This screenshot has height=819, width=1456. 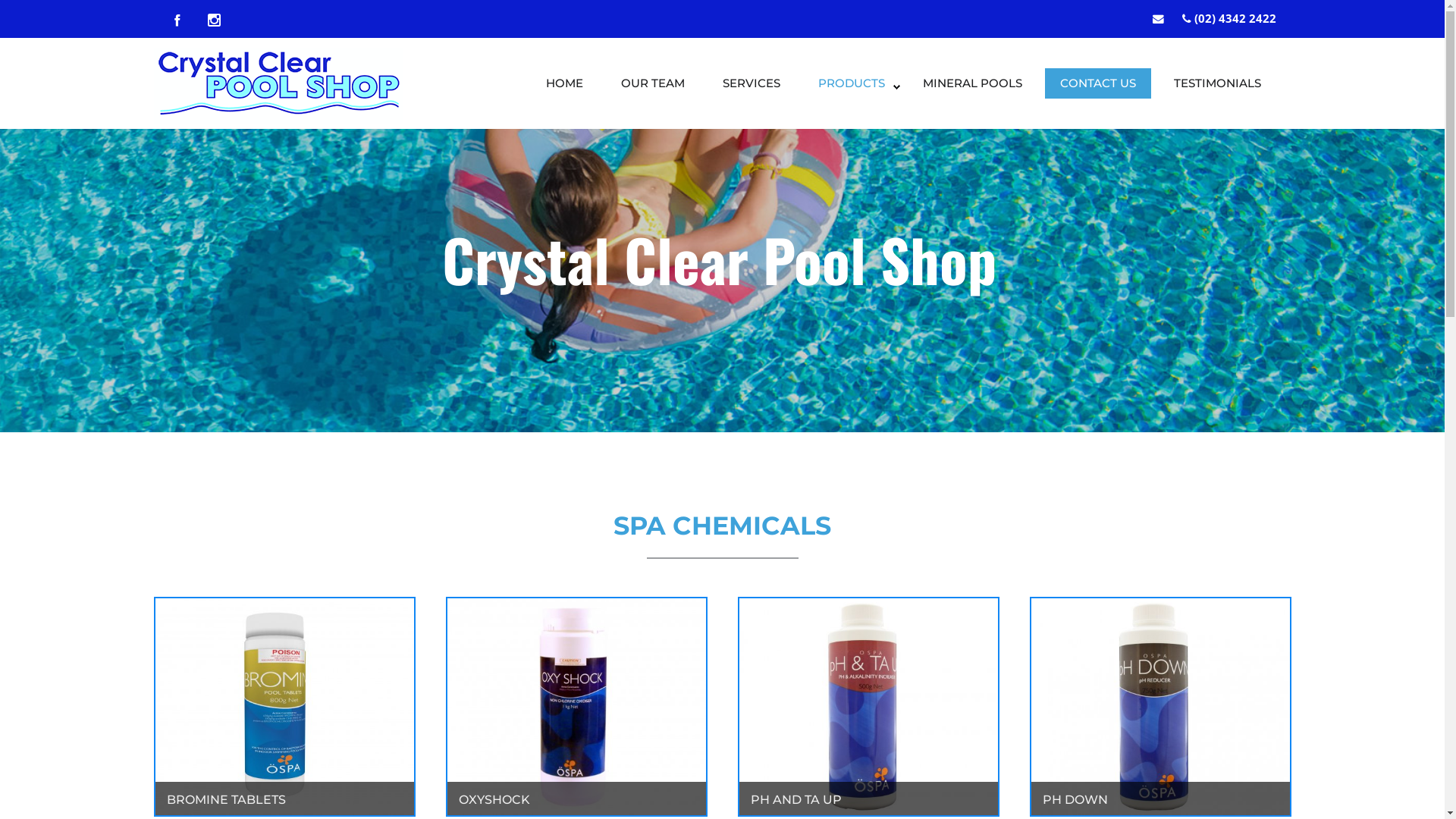 What do you see at coordinates (1073, 799) in the screenshot?
I see `'PH DOWN'` at bounding box center [1073, 799].